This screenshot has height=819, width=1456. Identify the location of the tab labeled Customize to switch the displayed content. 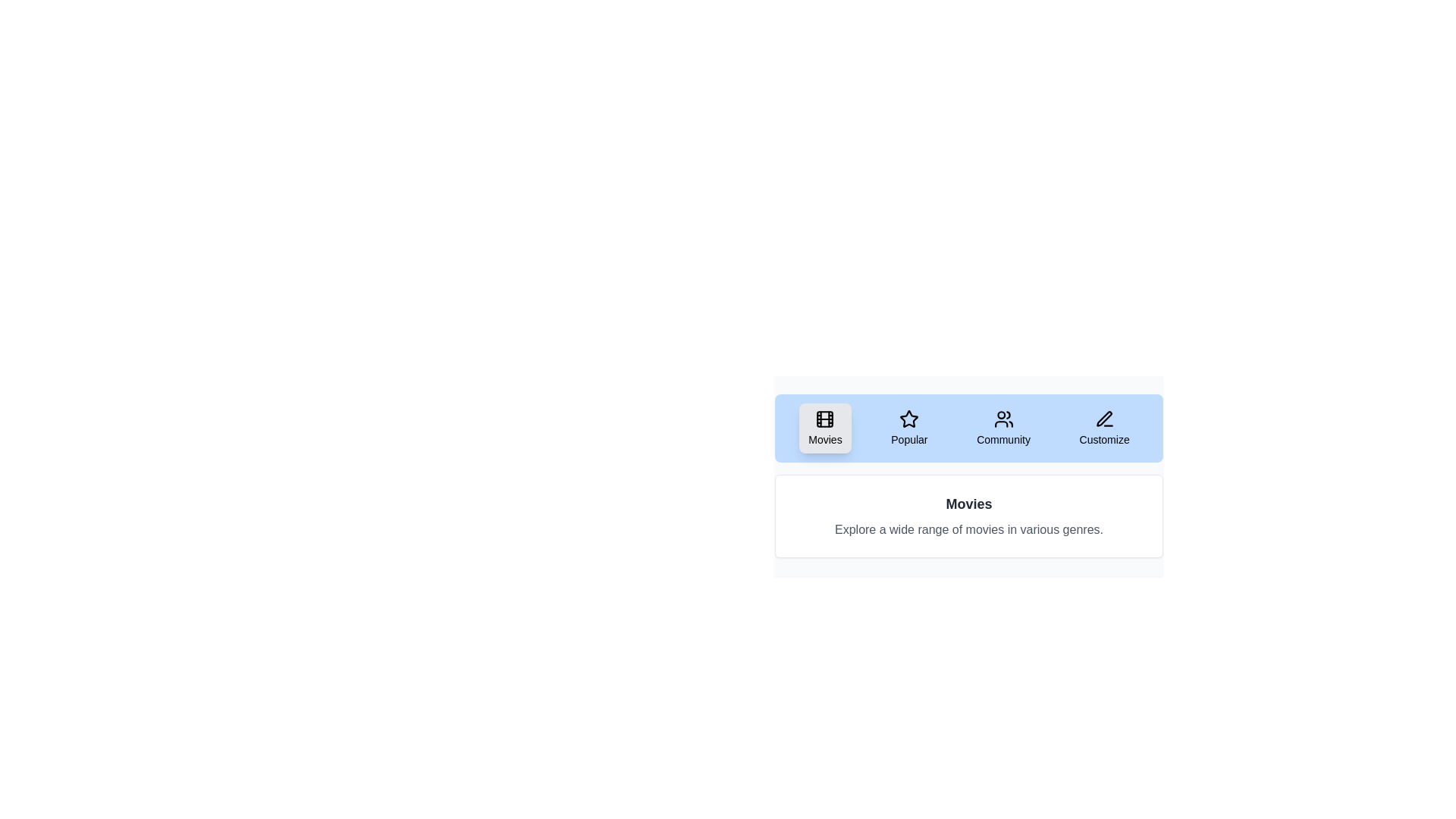
(1103, 428).